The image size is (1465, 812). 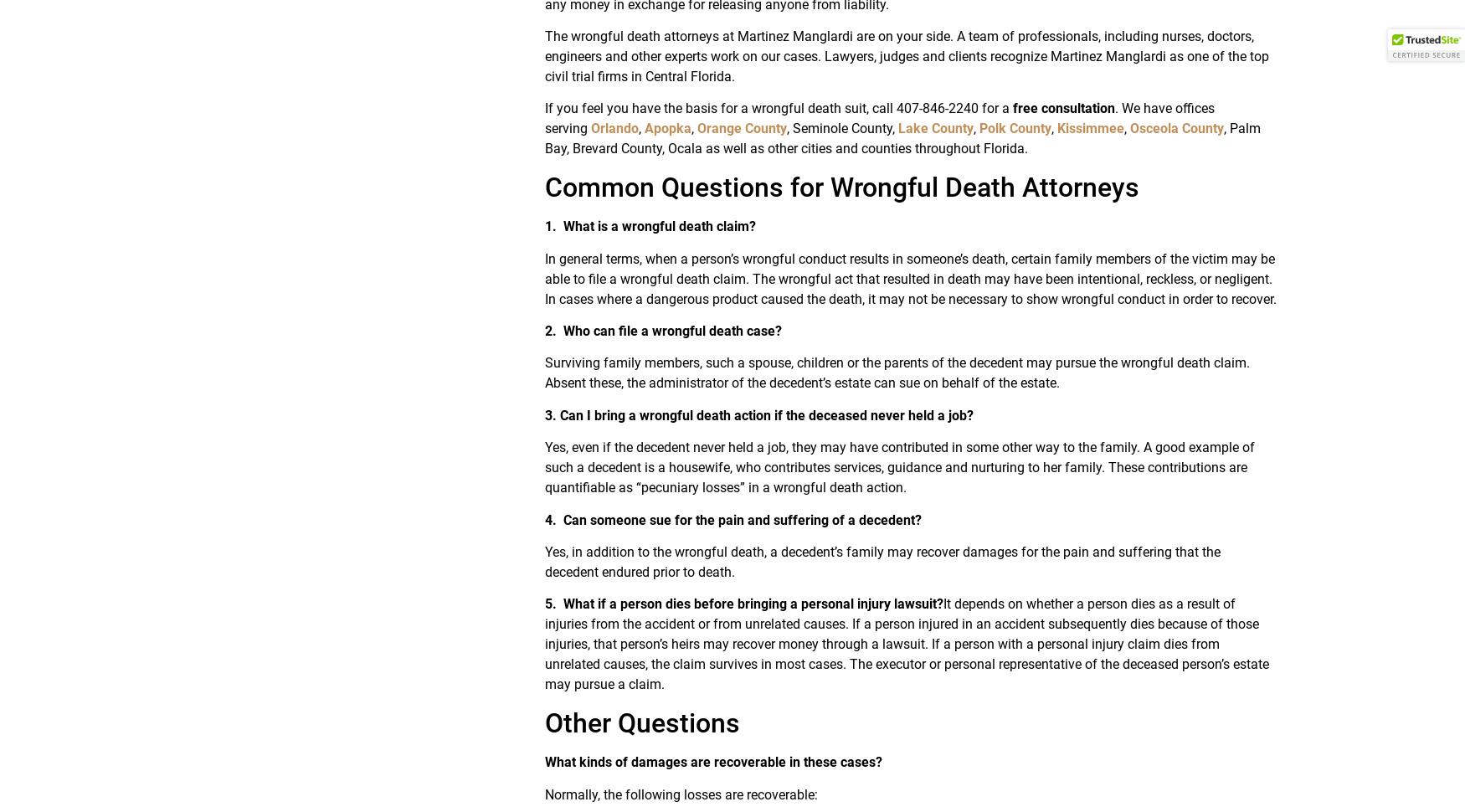 I want to click on '4.', so click(x=542, y=519).